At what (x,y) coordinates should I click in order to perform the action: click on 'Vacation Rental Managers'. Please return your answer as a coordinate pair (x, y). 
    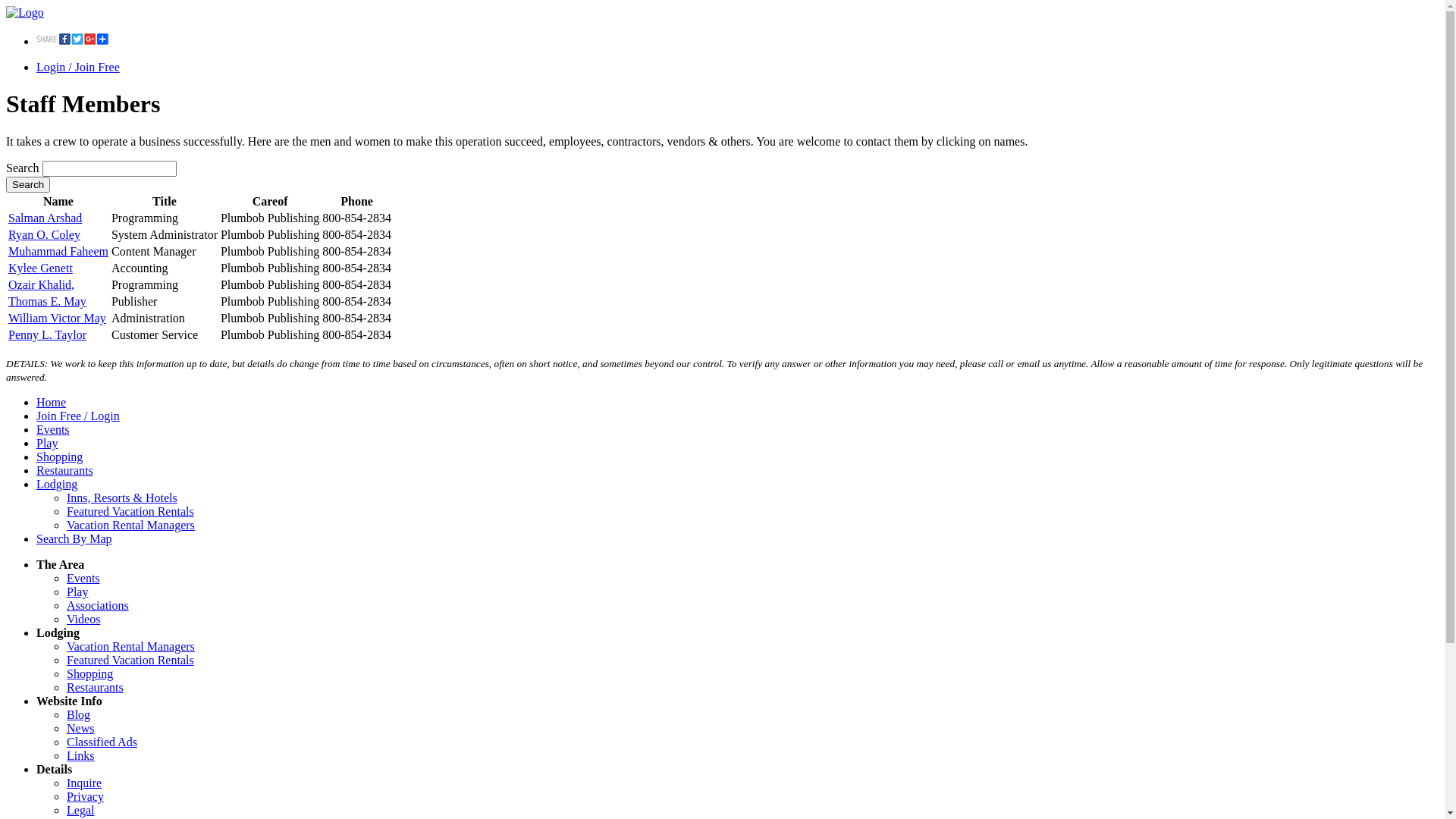
    Looking at the image, I should click on (130, 646).